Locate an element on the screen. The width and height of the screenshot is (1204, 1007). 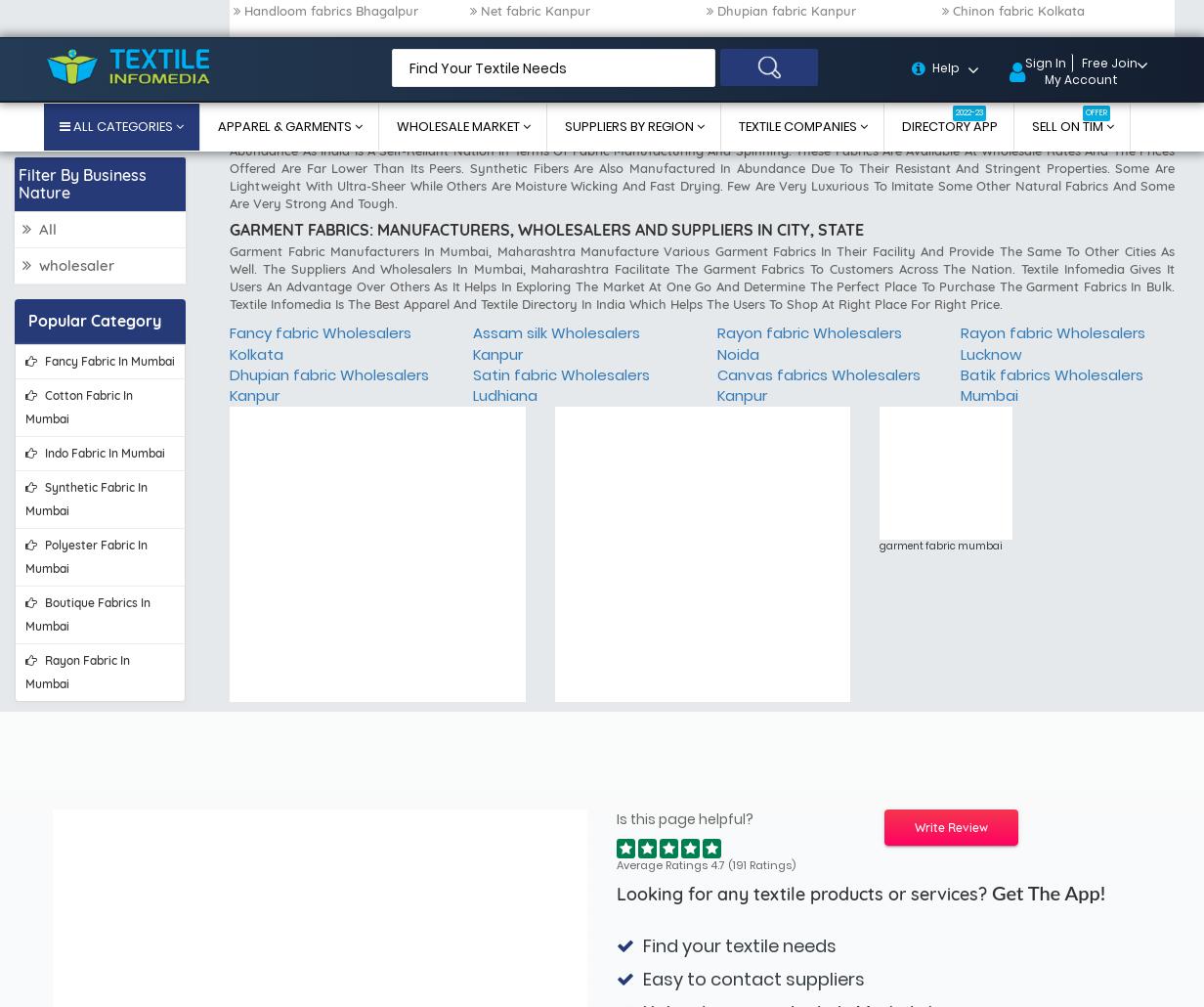
'Looking for any textile products or services?' is located at coordinates (803, 283).